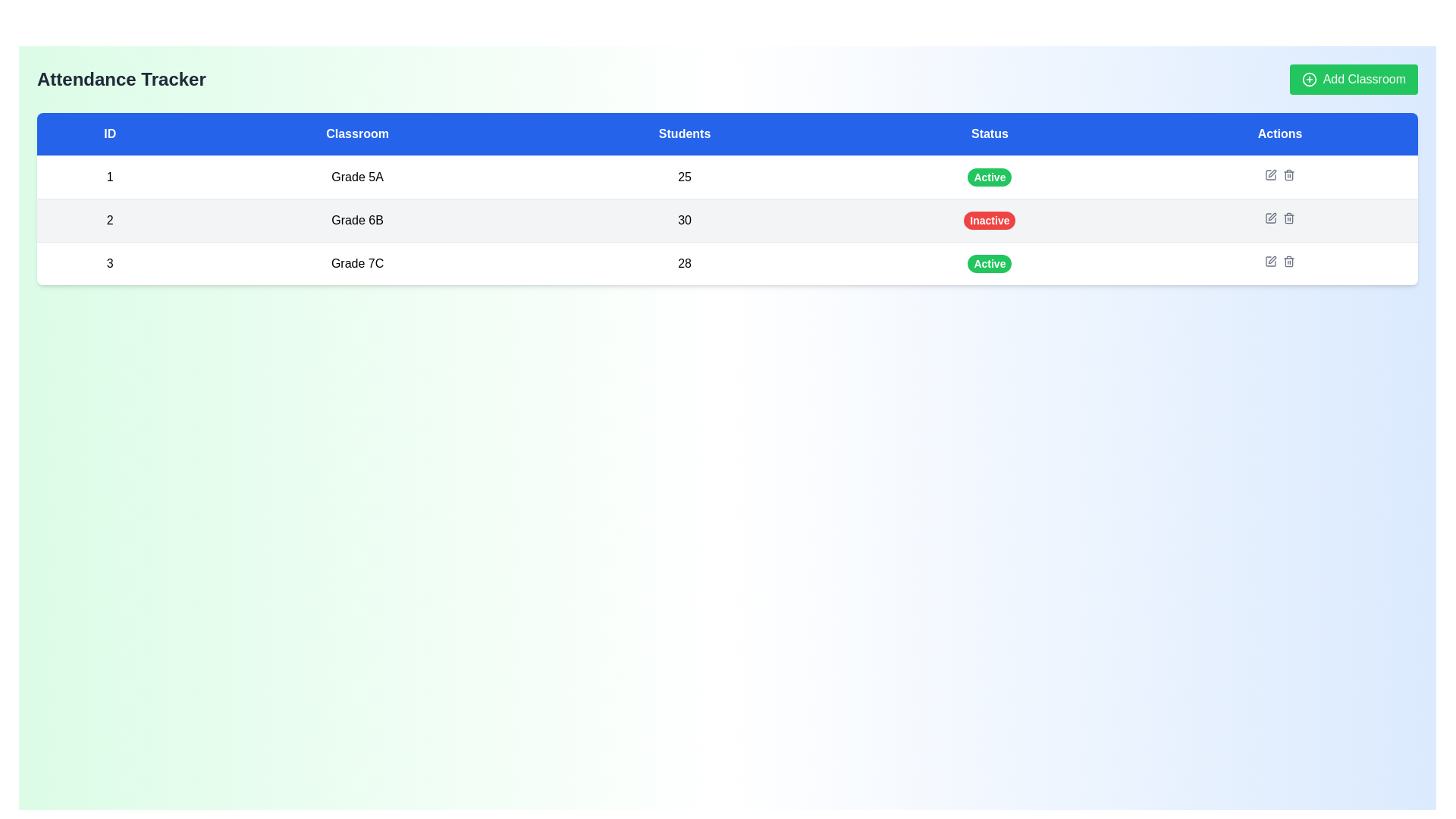 Image resolution: width=1456 pixels, height=819 pixels. What do you see at coordinates (1288, 260) in the screenshot?
I see `the trash can icon in the 'Actions' column of the table for the 'Grade 7C' classroom` at bounding box center [1288, 260].